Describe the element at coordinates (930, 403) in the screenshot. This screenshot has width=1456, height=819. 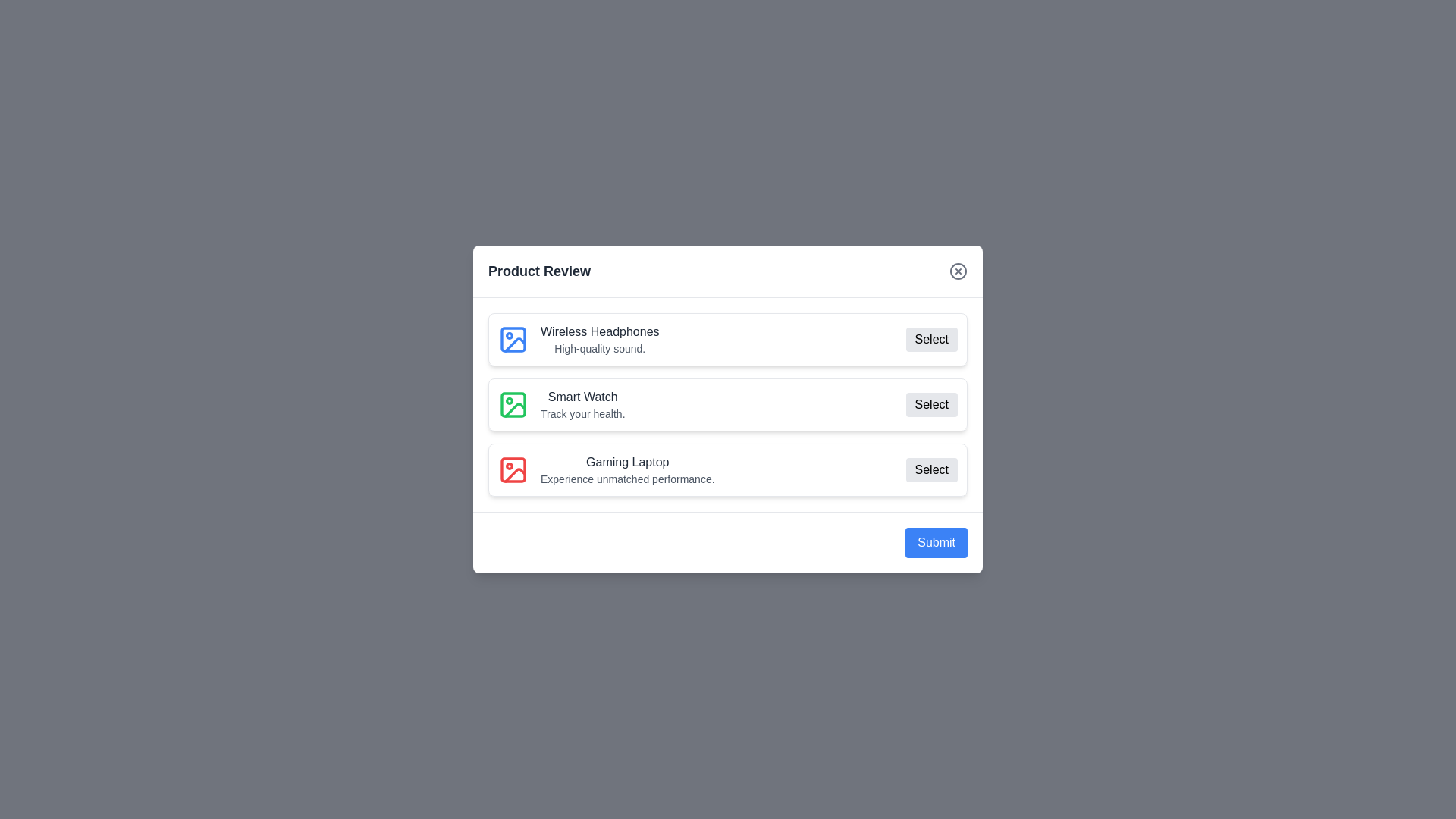
I see `'Select' button for the product identified by Smart Watch` at that location.